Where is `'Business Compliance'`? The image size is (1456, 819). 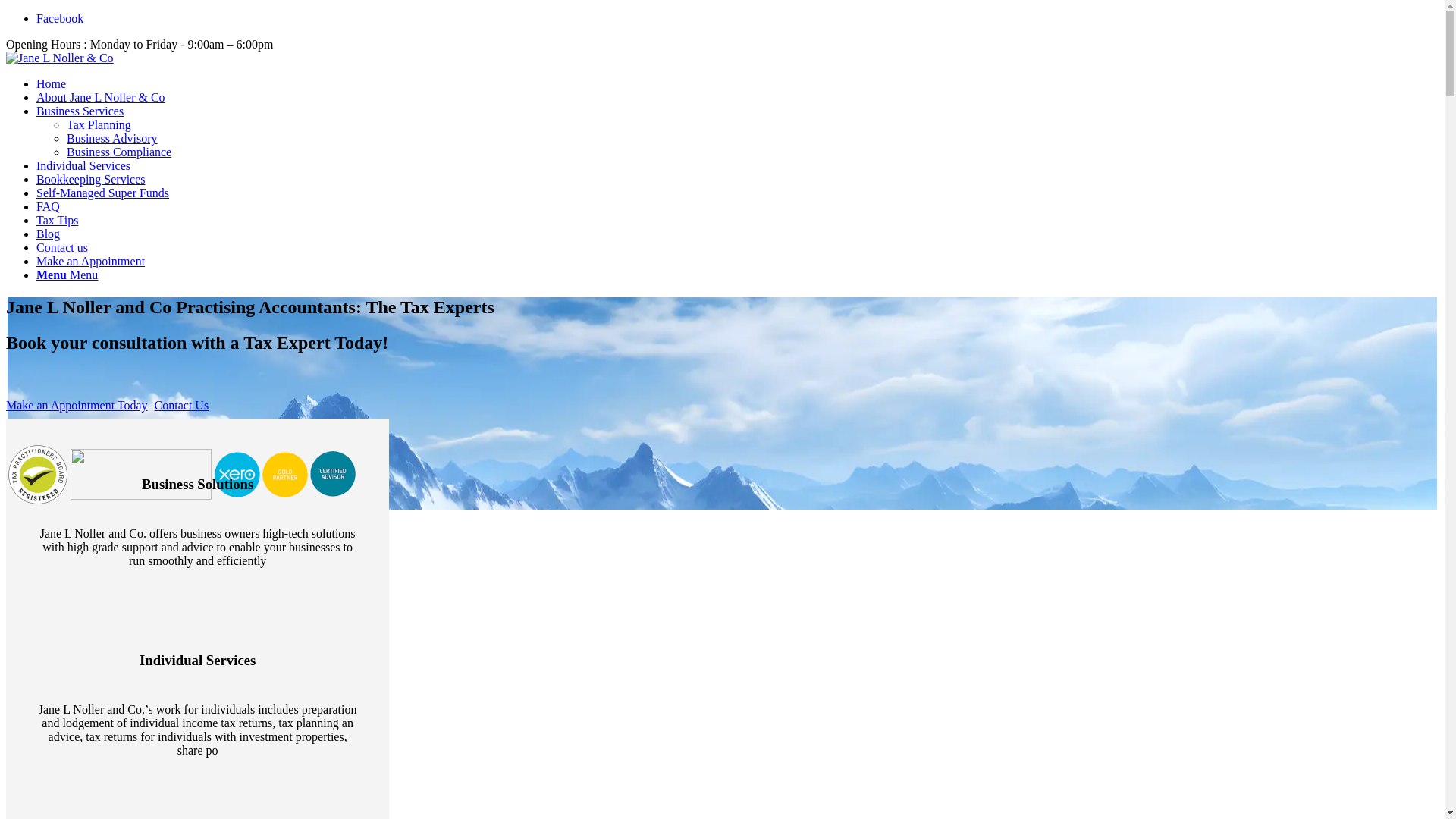
'Business Compliance' is located at coordinates (118, 152).